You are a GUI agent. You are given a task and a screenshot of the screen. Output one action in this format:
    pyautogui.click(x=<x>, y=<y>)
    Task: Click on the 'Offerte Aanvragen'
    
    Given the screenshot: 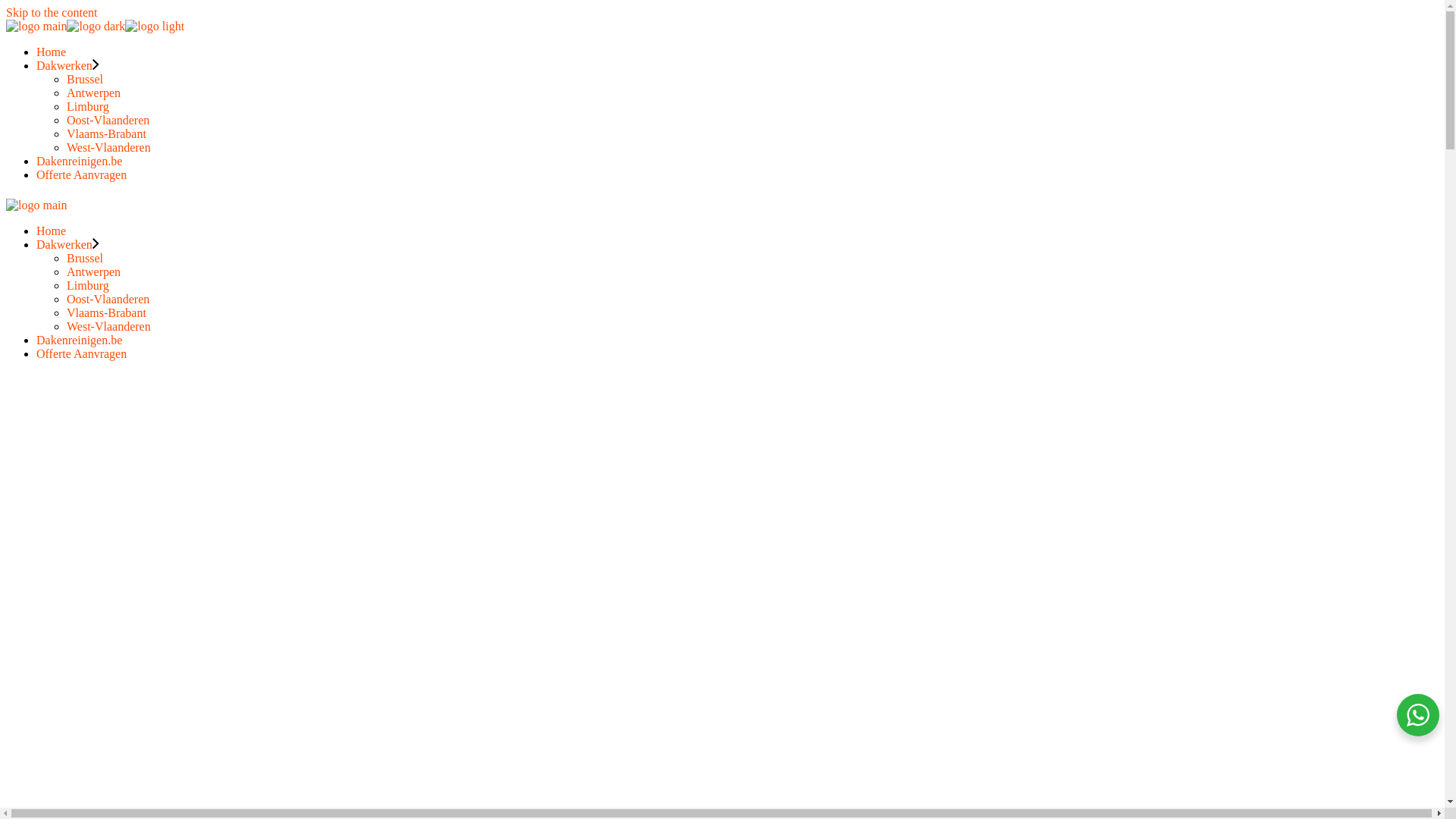 What is the action you would take?
    pyautogui.click(x=80, y=353)
    